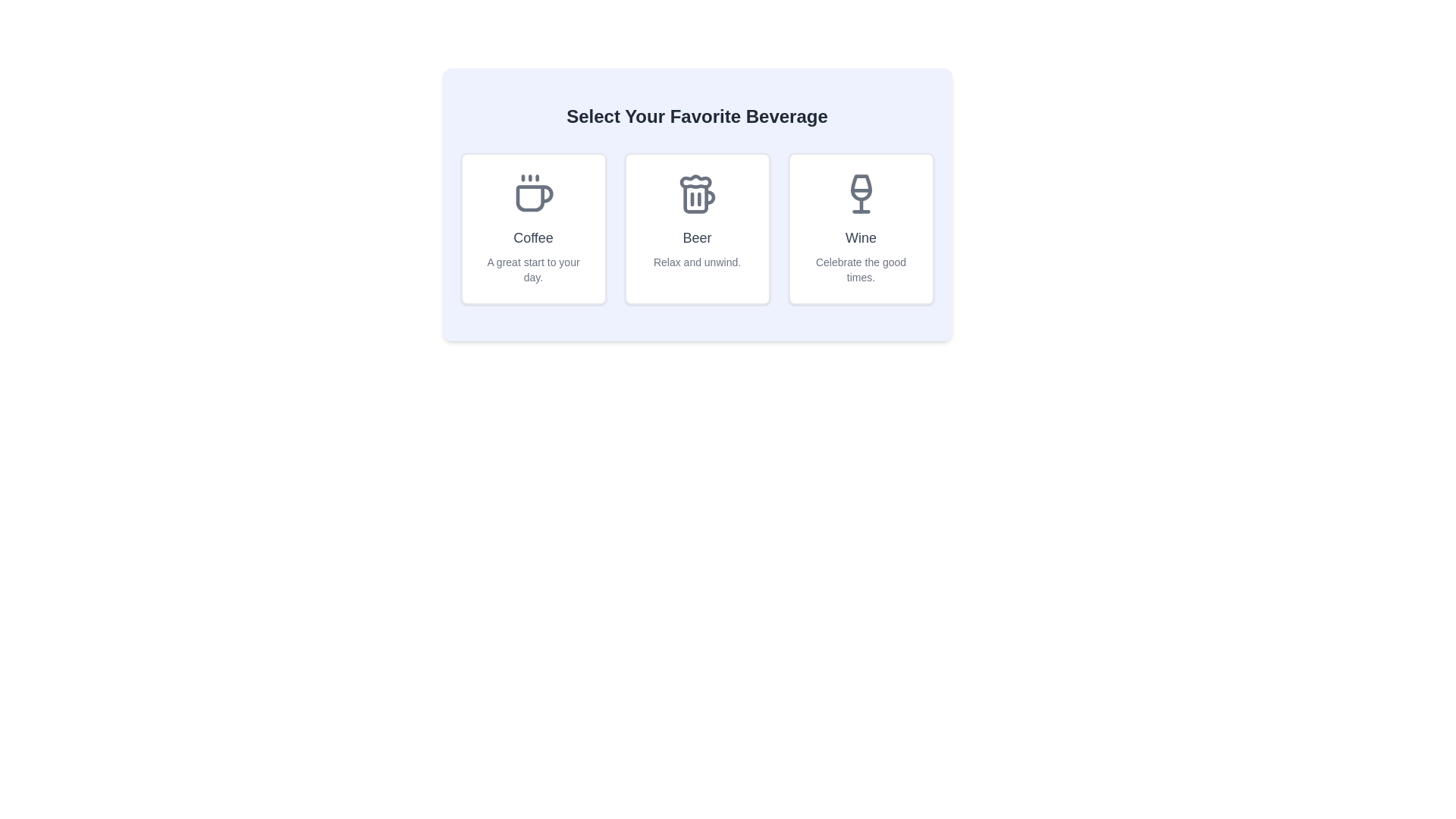 The height and width of the screenshot is (819, 1456). I want to click on the middle Selectable Card labeled 'Beer', so click(696, 228).